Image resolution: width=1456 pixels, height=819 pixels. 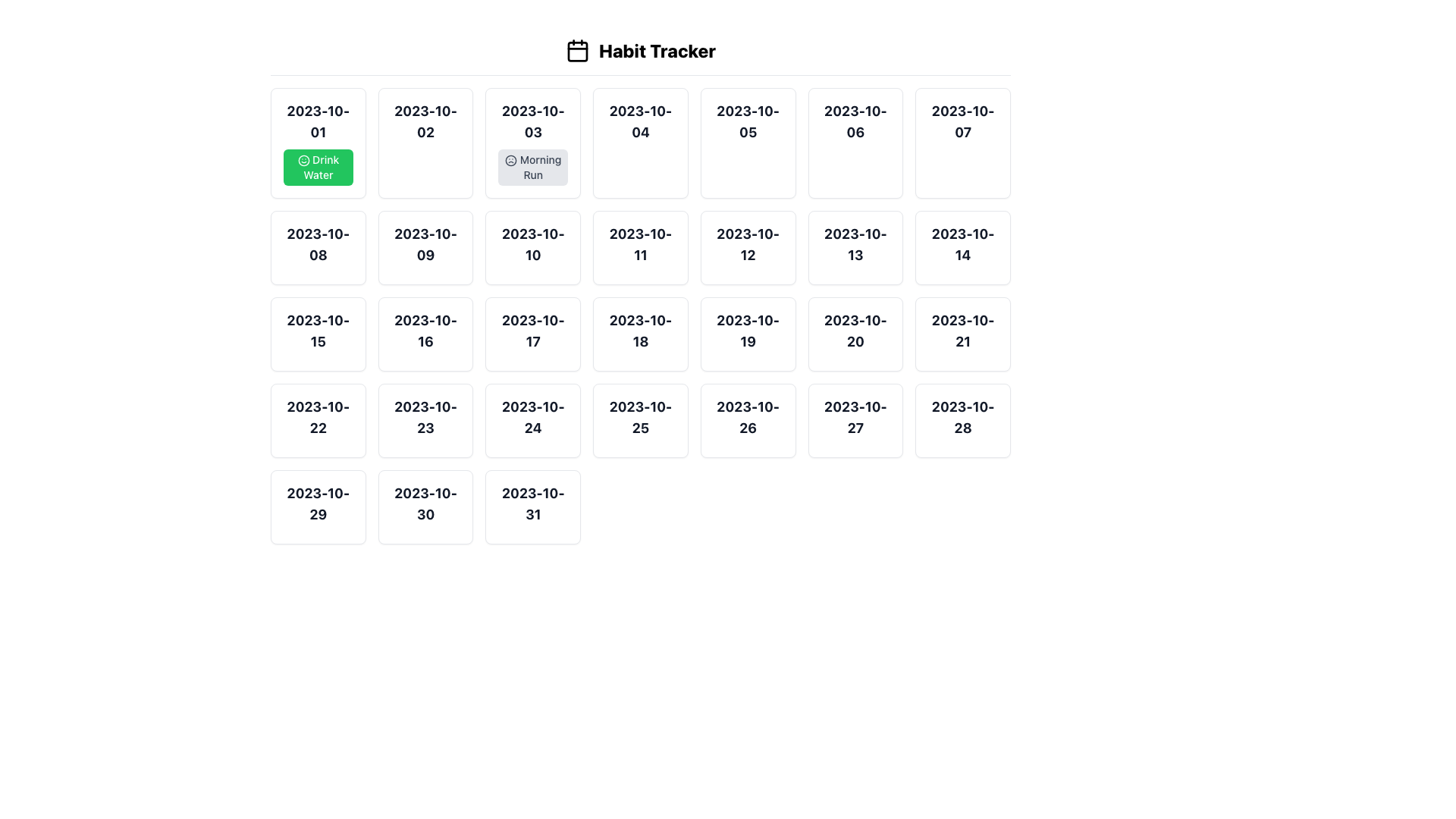 I want to click on the calendar day card displaying '2023-10-12' in the second row and fifth column of the Habit Tracker grid, so click(x=748, y=247).